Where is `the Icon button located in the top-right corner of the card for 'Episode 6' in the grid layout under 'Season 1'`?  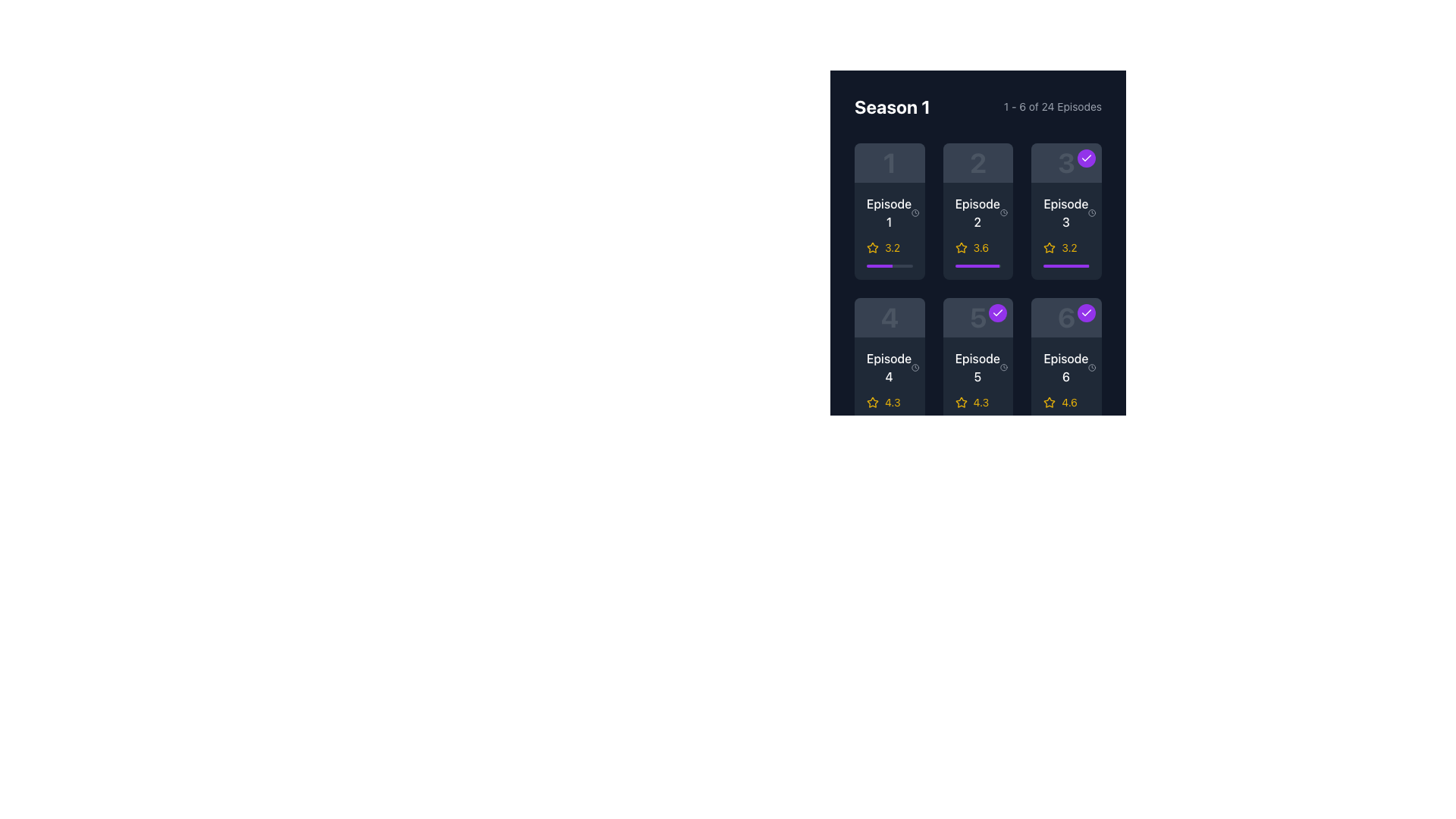 the Icon button located in the top-right corner of the card for 'Episode 6' in the grid layout under 'Season 1' is located at coordinates (1085, 312).